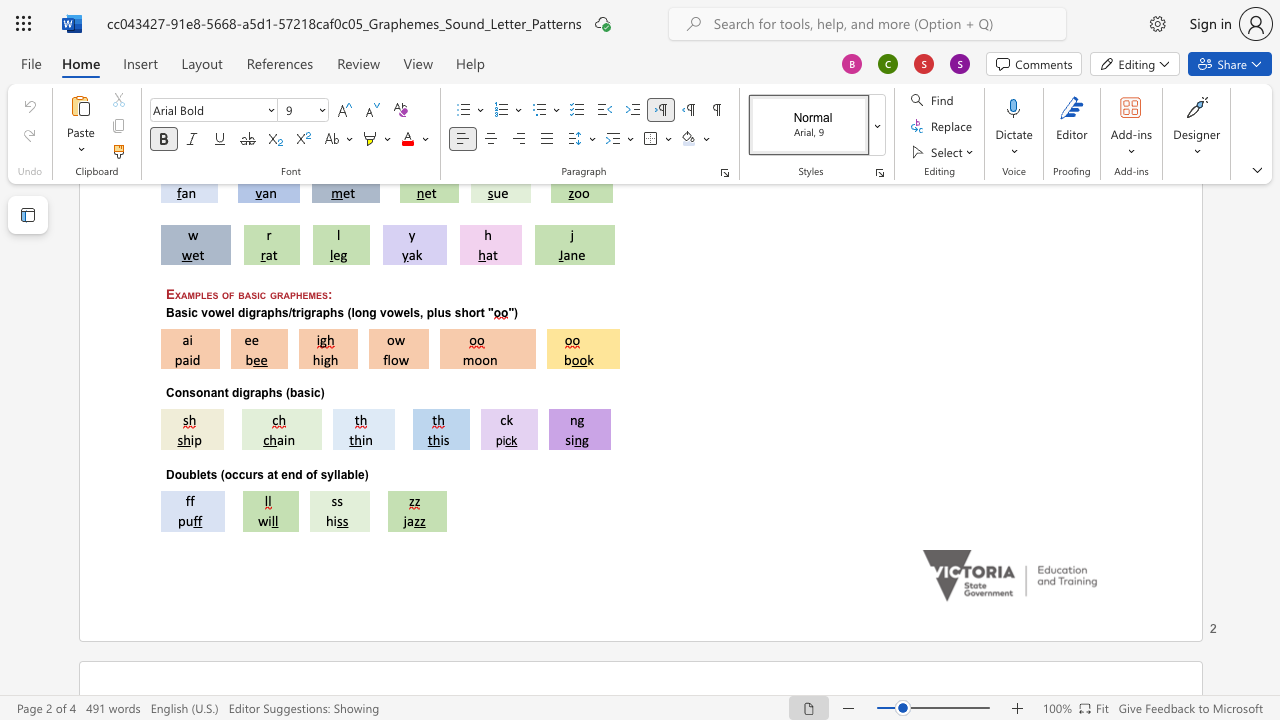 The height and width of the screenshot is (720, 1280). Describe the element at coordinates (272, 474) in the screenshot. I see `the space between the continuous character "a" and "t" in the text` at that location.